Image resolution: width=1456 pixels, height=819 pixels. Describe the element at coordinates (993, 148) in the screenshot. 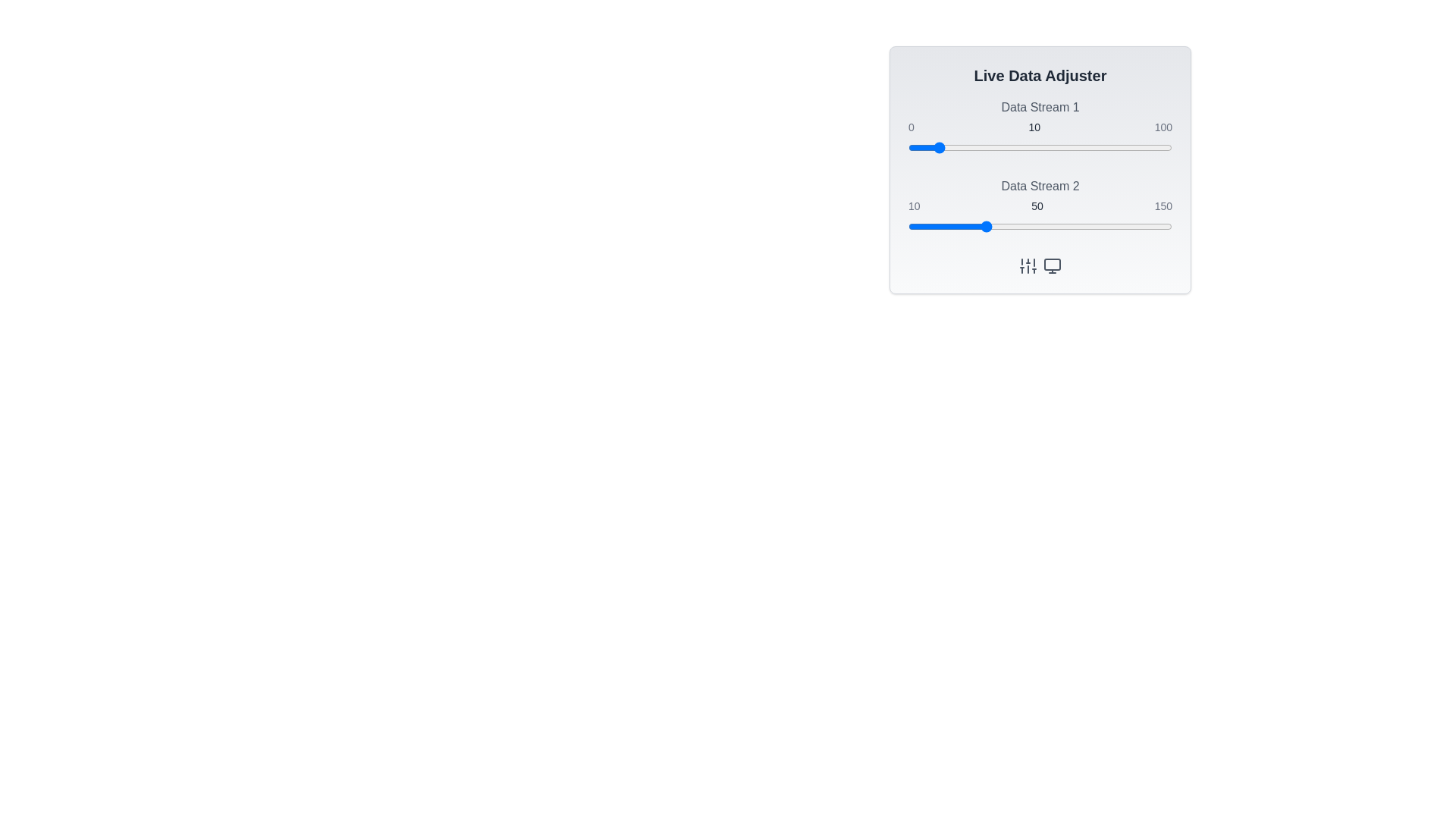

I see `the slider` at that location.